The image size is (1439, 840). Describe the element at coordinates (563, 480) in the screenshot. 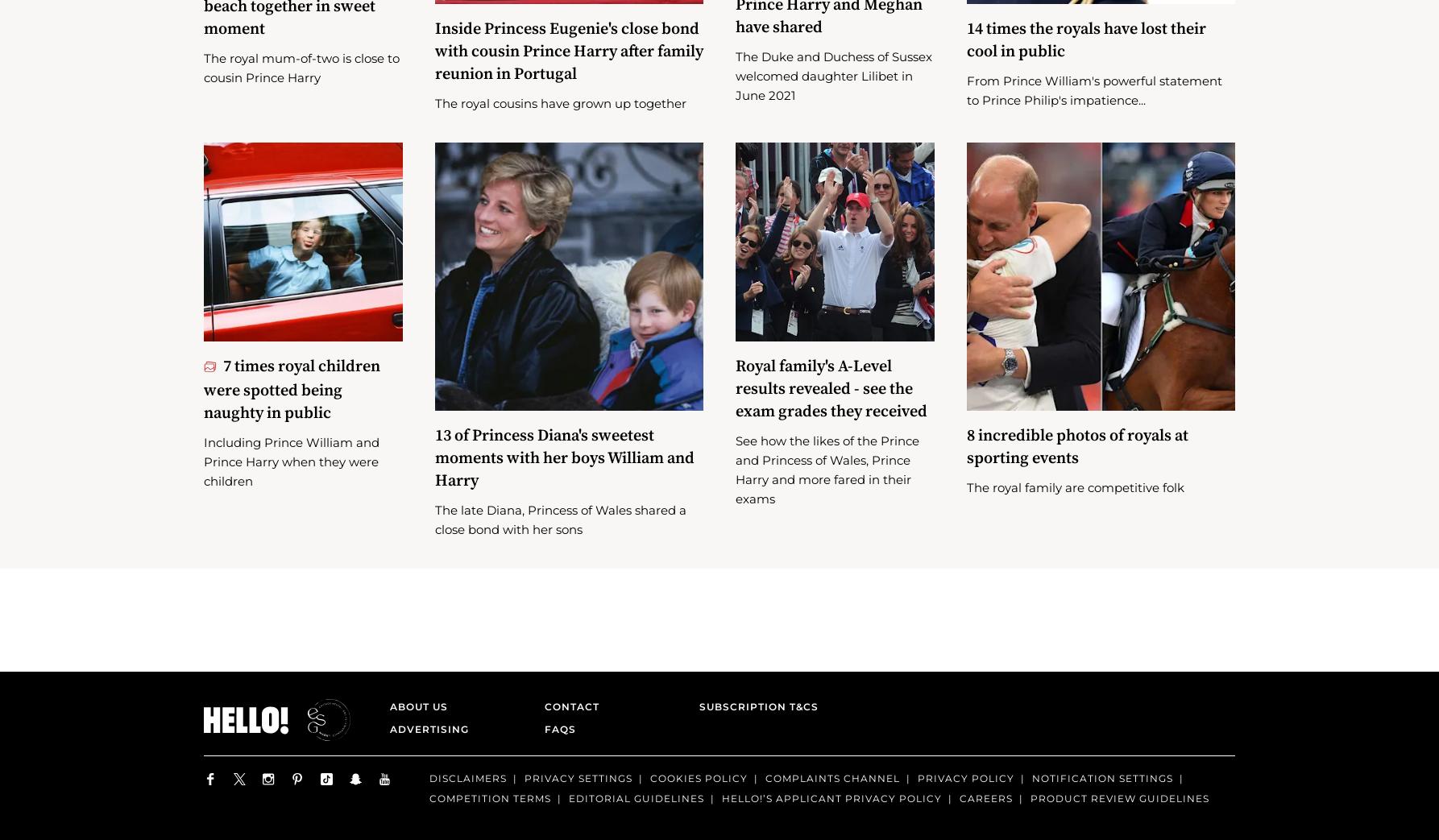

I see `'13 of Princess Diana's sweetest moments with her boys William and Harry'` at that location.